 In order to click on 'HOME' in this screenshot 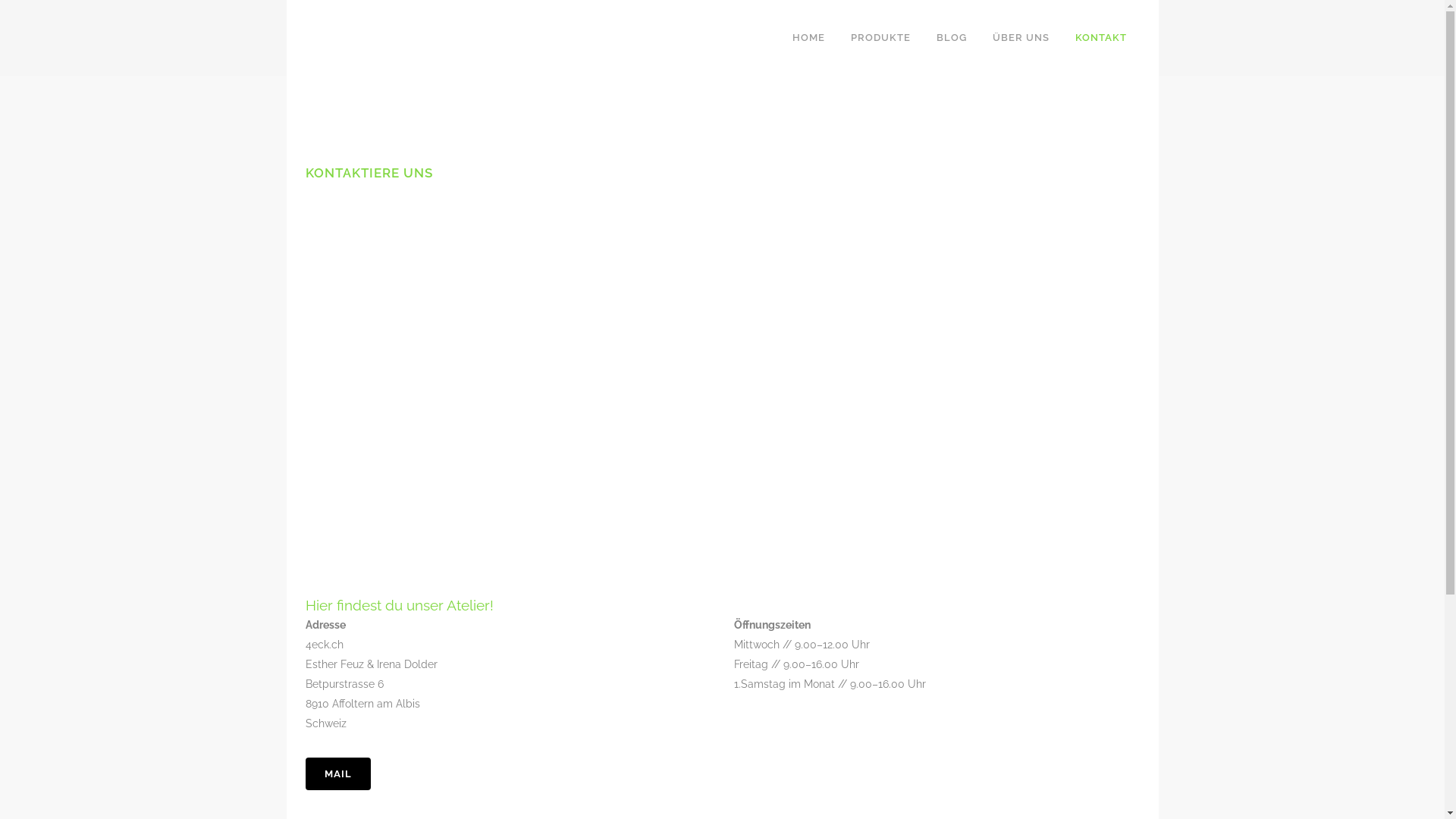, I will do `click(808, 37)`.